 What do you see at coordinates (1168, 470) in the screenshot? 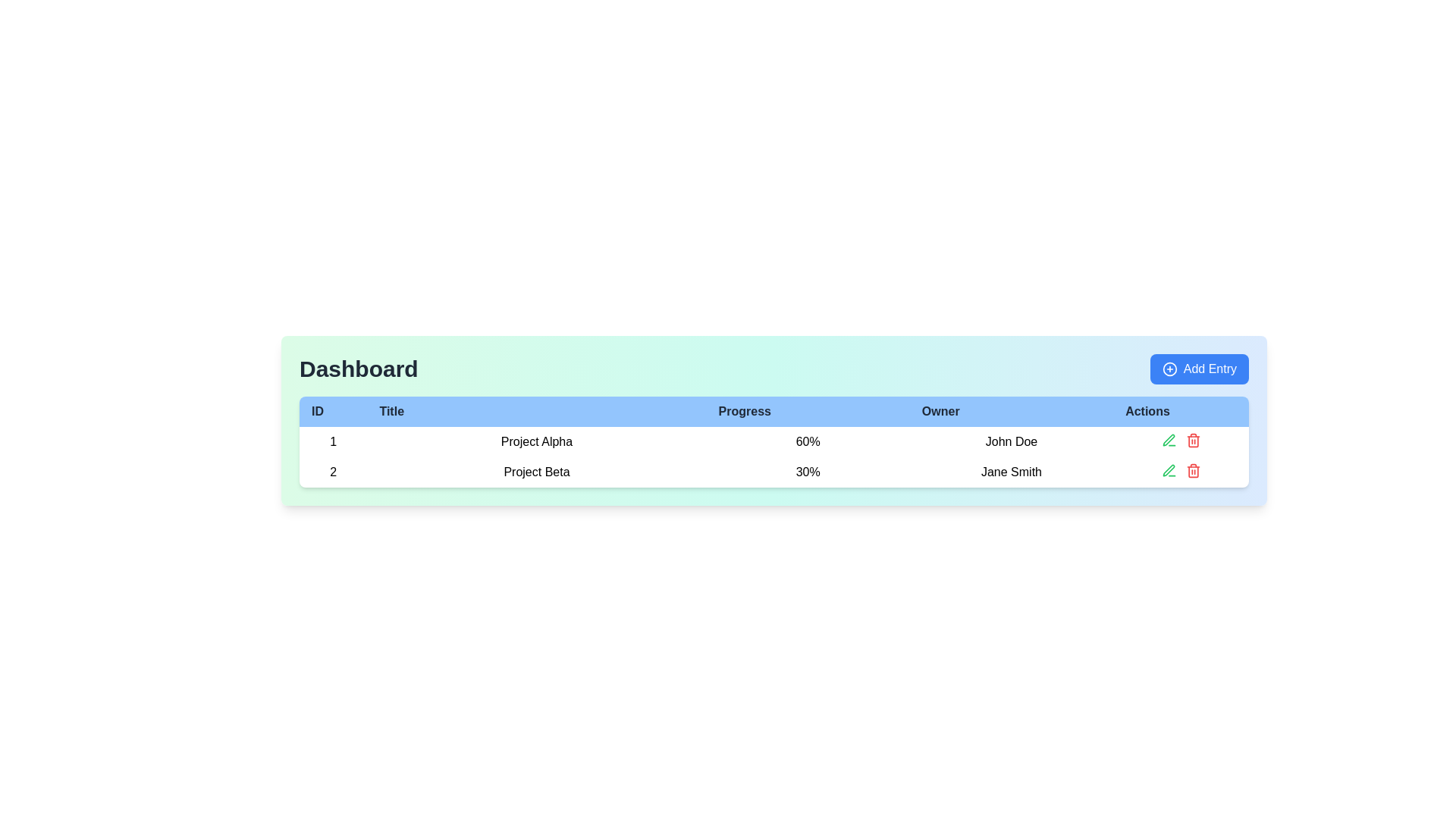
I see `the edit icon button located in the Actions column of the second row of the table under the Dashboard section to initiate the editing interface for that row` at bounding box center [1168, 470].